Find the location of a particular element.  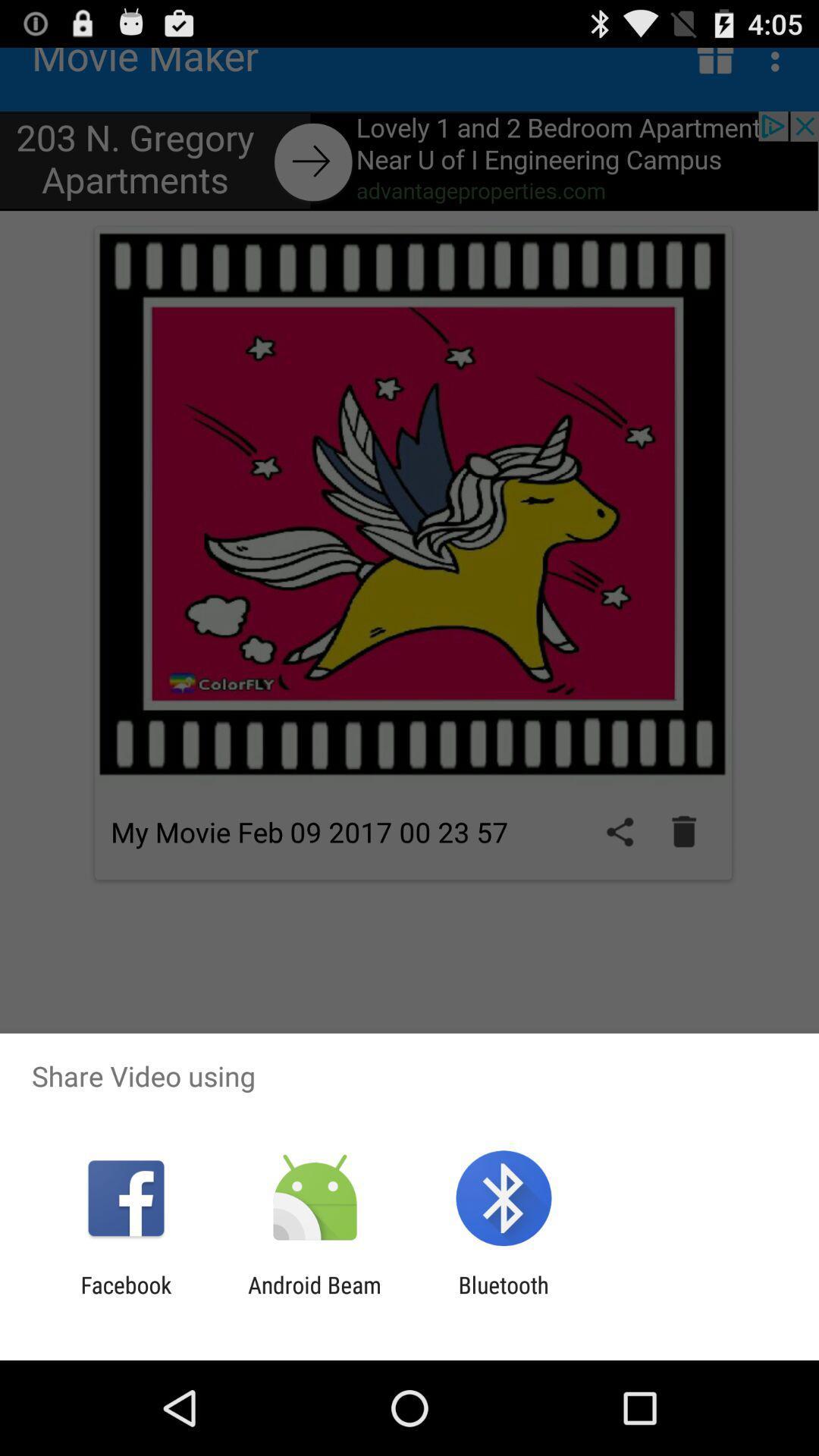

facebook app is located at coordinates (125, 1298).